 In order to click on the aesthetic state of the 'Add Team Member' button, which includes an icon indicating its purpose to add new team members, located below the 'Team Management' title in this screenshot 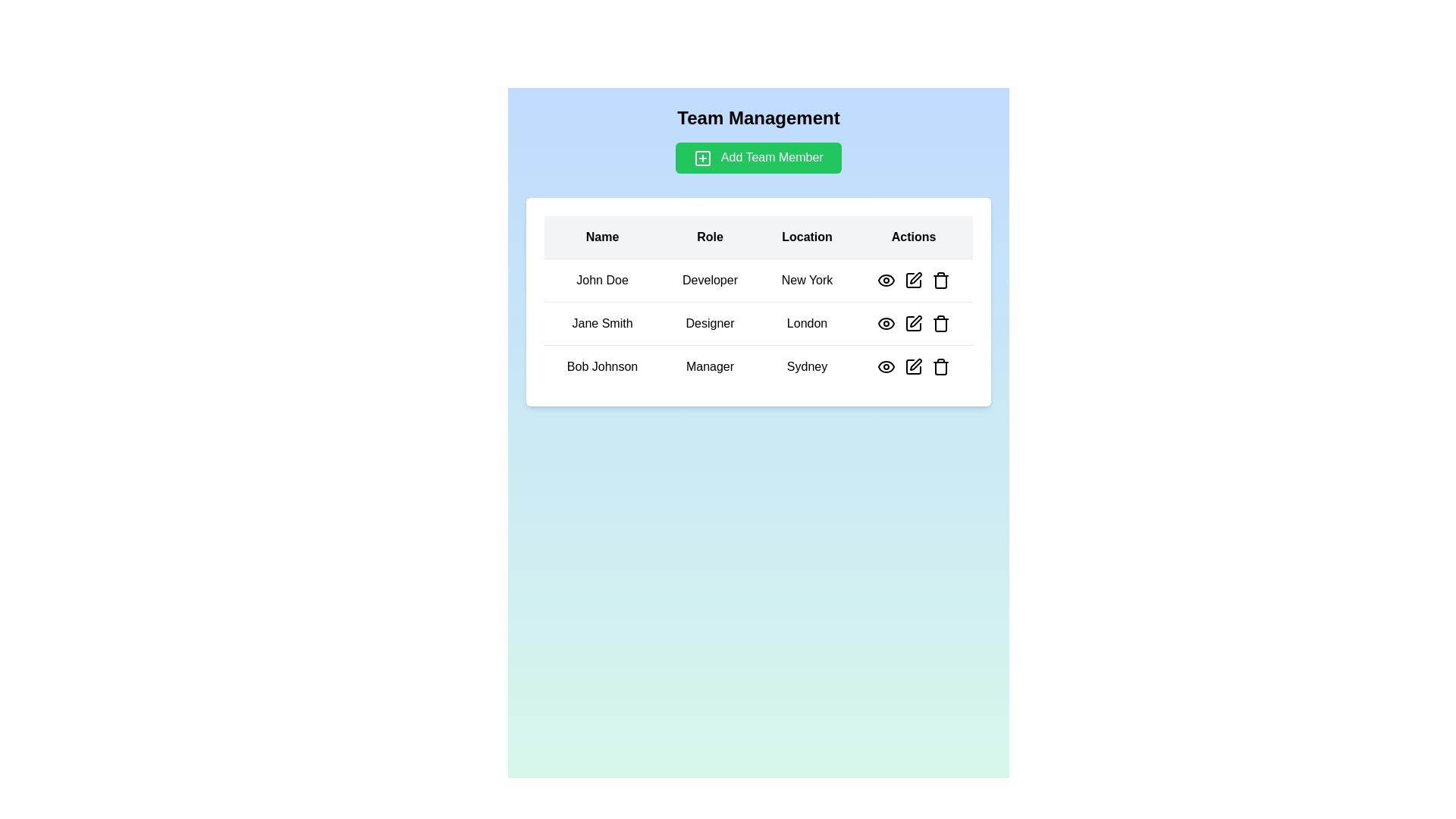, I will do `click(702, 158)`.